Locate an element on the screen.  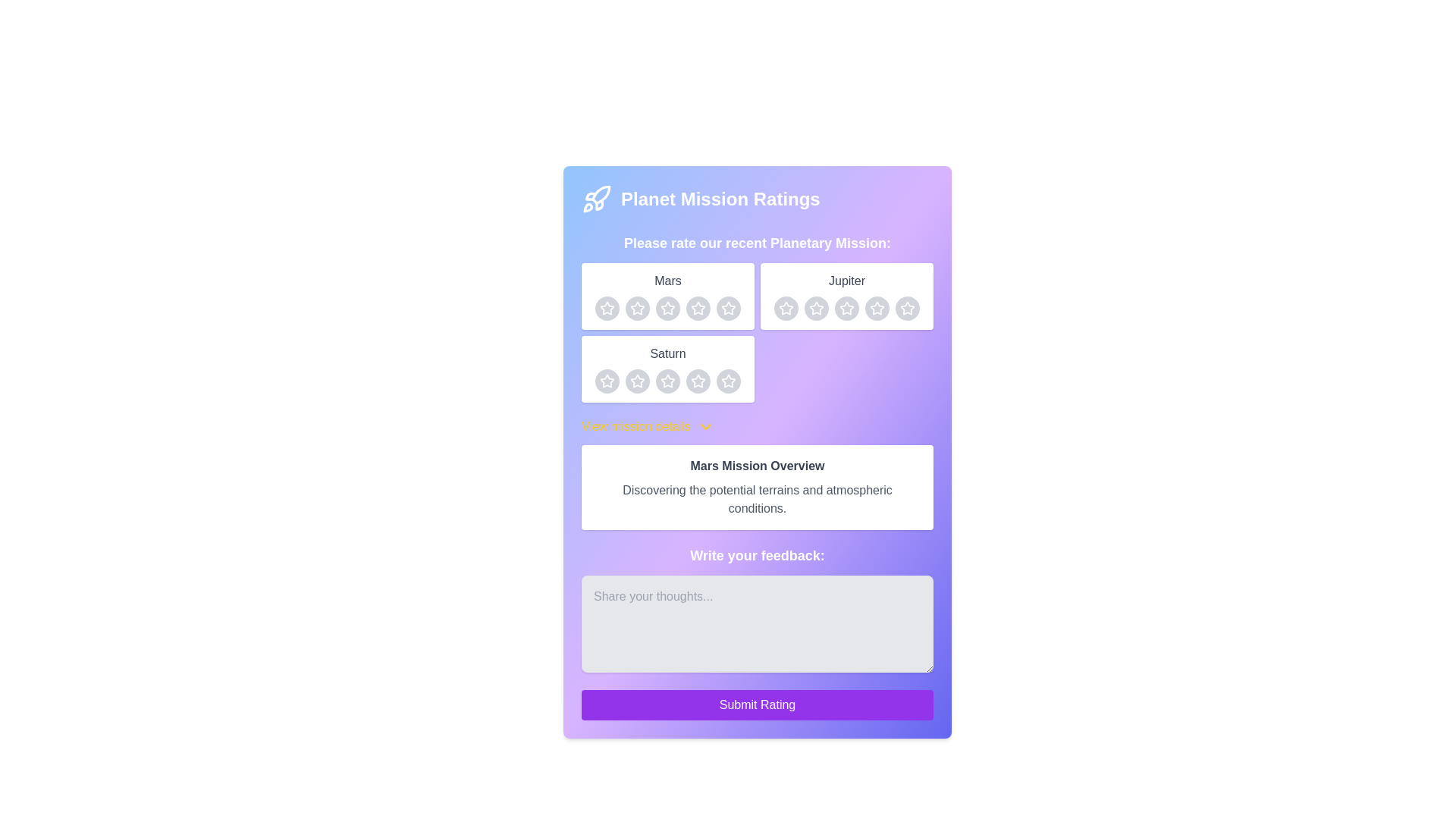
the second star icon in the Jupiter rating system is located at coordinates (846, 308).